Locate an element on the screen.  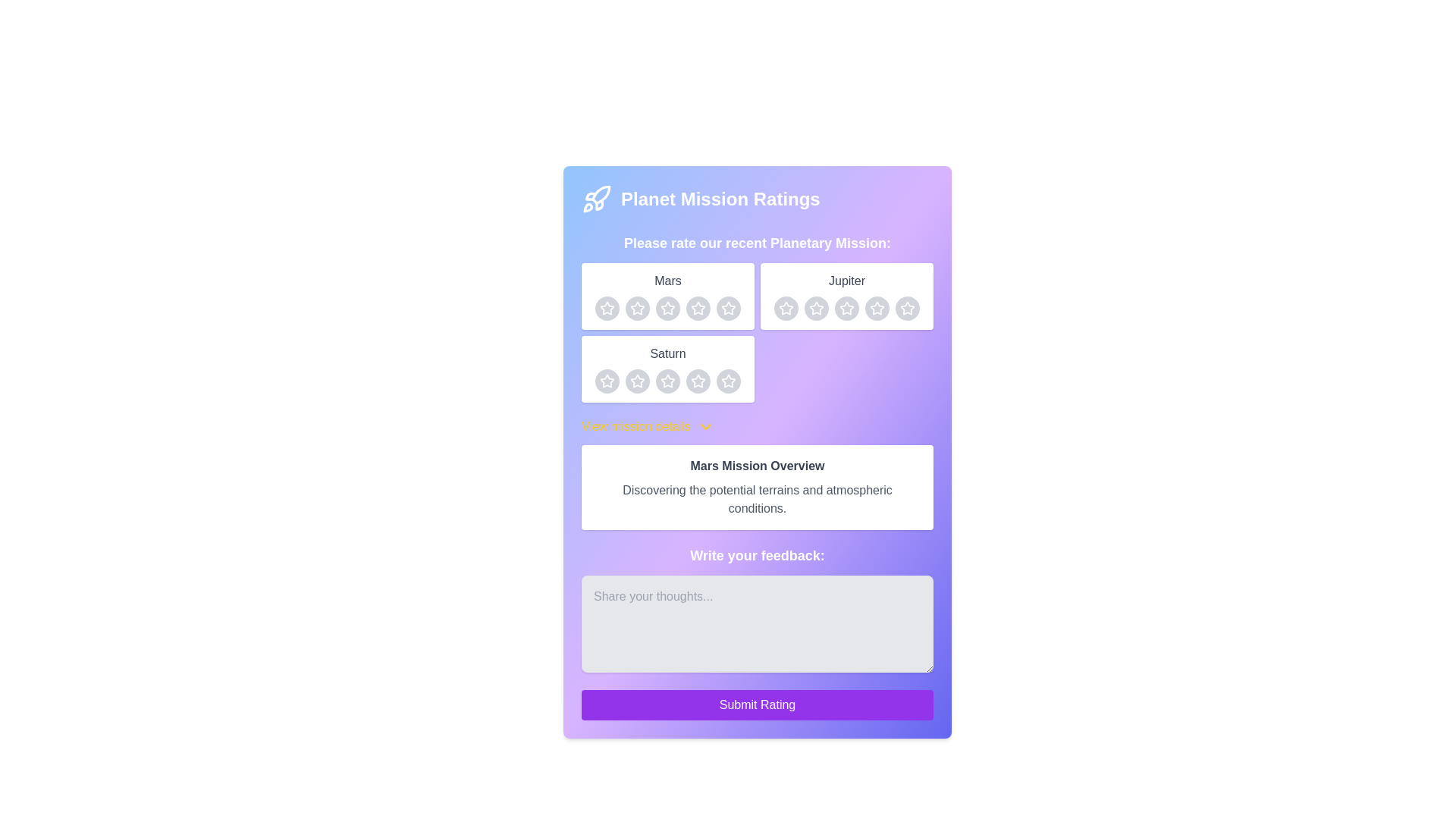
the second star icon in the Jupiter rating system is located at coordinates (846, 308).